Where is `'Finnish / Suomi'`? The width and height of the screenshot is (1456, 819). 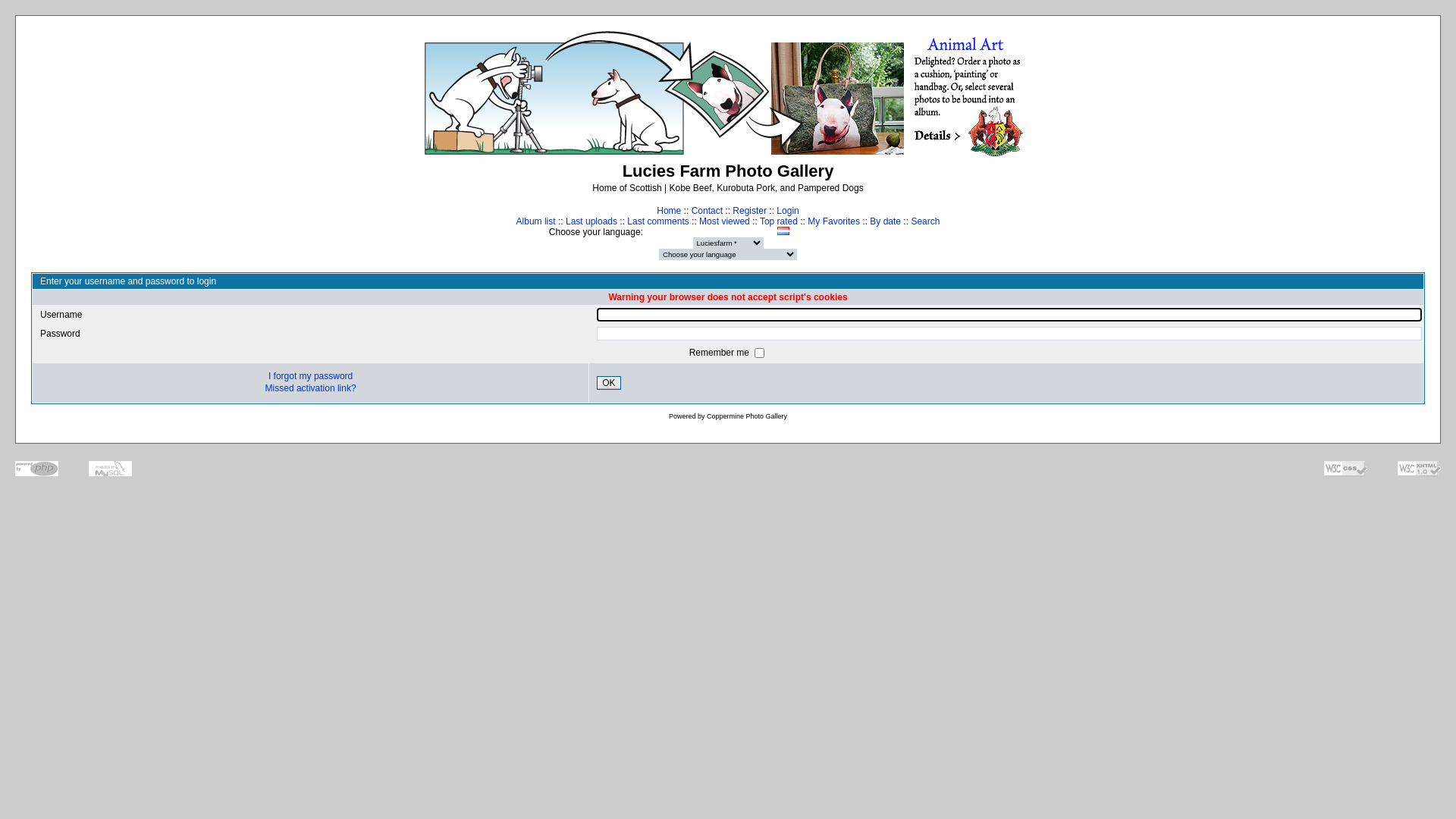 'Finnish / Suomi' is located at coordinates (723, 231).